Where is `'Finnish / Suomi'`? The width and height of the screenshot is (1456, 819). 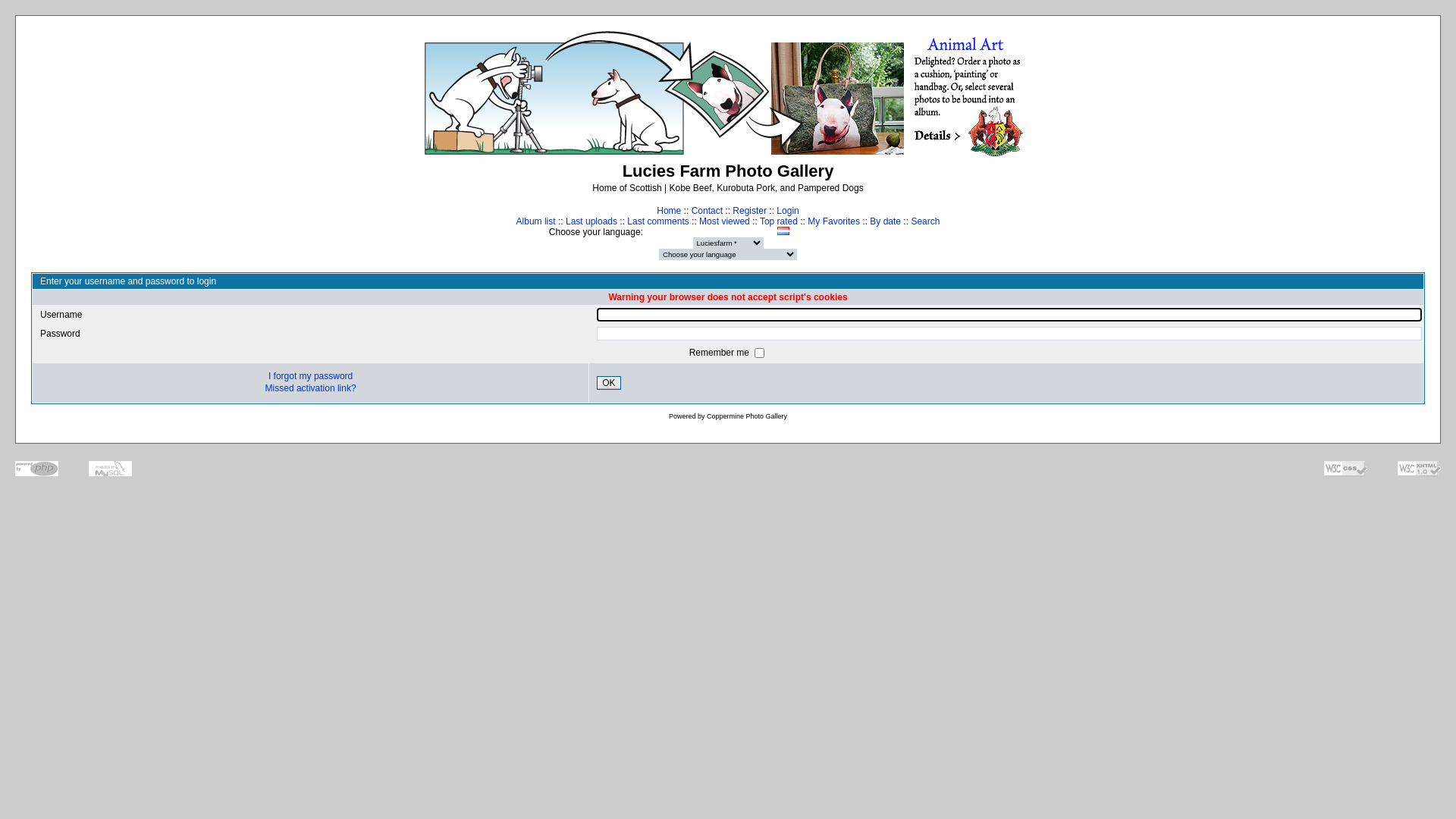 'Finnish / Suomi' is located at coordinates (723, 231).